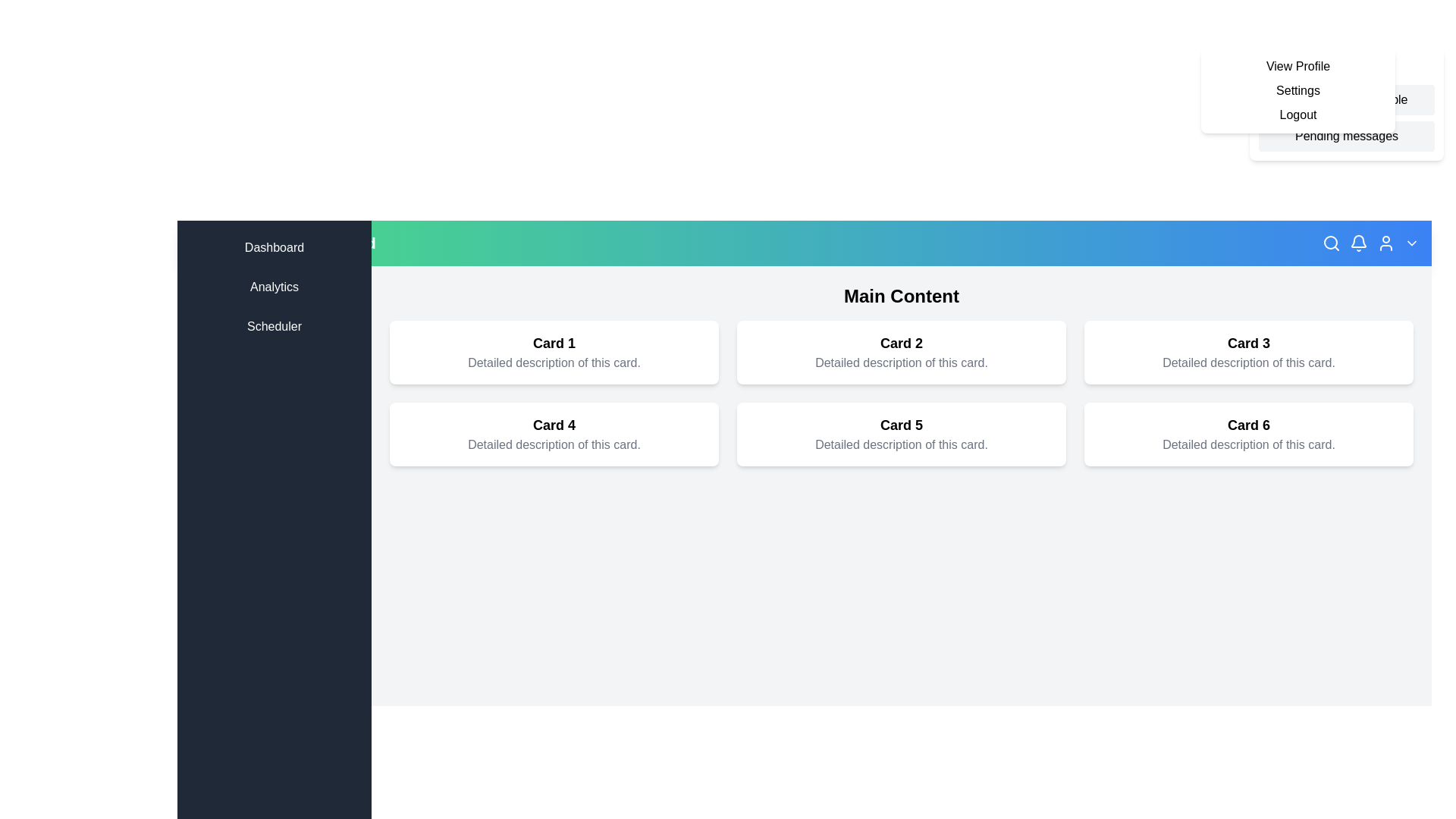  Describe the element at coordinates (1358, 242) in the screenshot. I see `the Icon button located at the top-right corner of the application header to interact with notifications` at that location.